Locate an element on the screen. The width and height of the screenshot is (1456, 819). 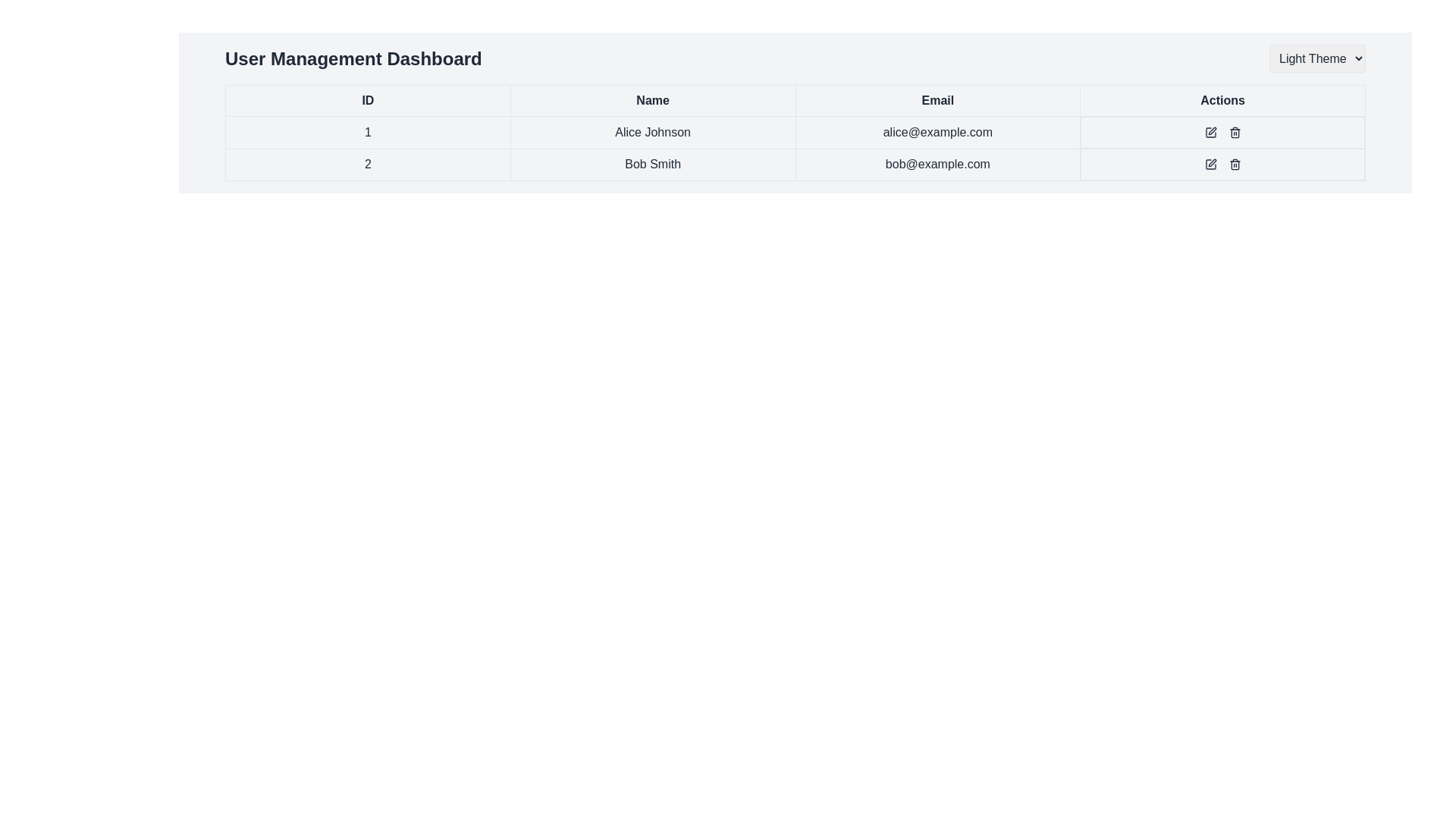
the Edit Action icon shaped like a pen in the Actions column for user 'Bob Smith' is located at coordinates (1211, 163).